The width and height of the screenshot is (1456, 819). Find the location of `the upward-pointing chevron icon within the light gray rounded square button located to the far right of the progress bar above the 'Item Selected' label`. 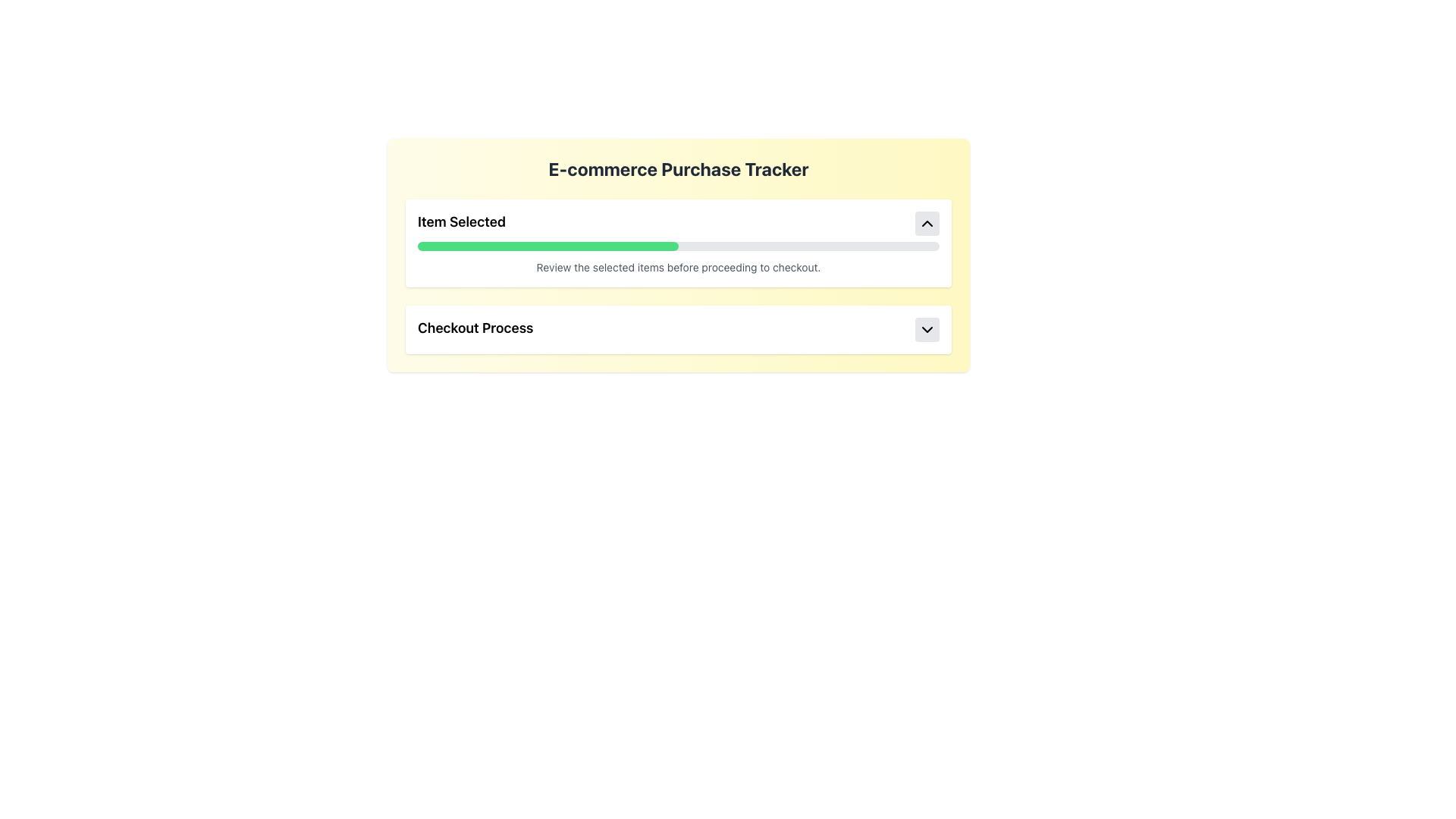

the upward-pointing chevron icon within the light gray rounded square button located to the far right of the progress bar above the 'Item Selected' label is located at coordinates (927, 223).